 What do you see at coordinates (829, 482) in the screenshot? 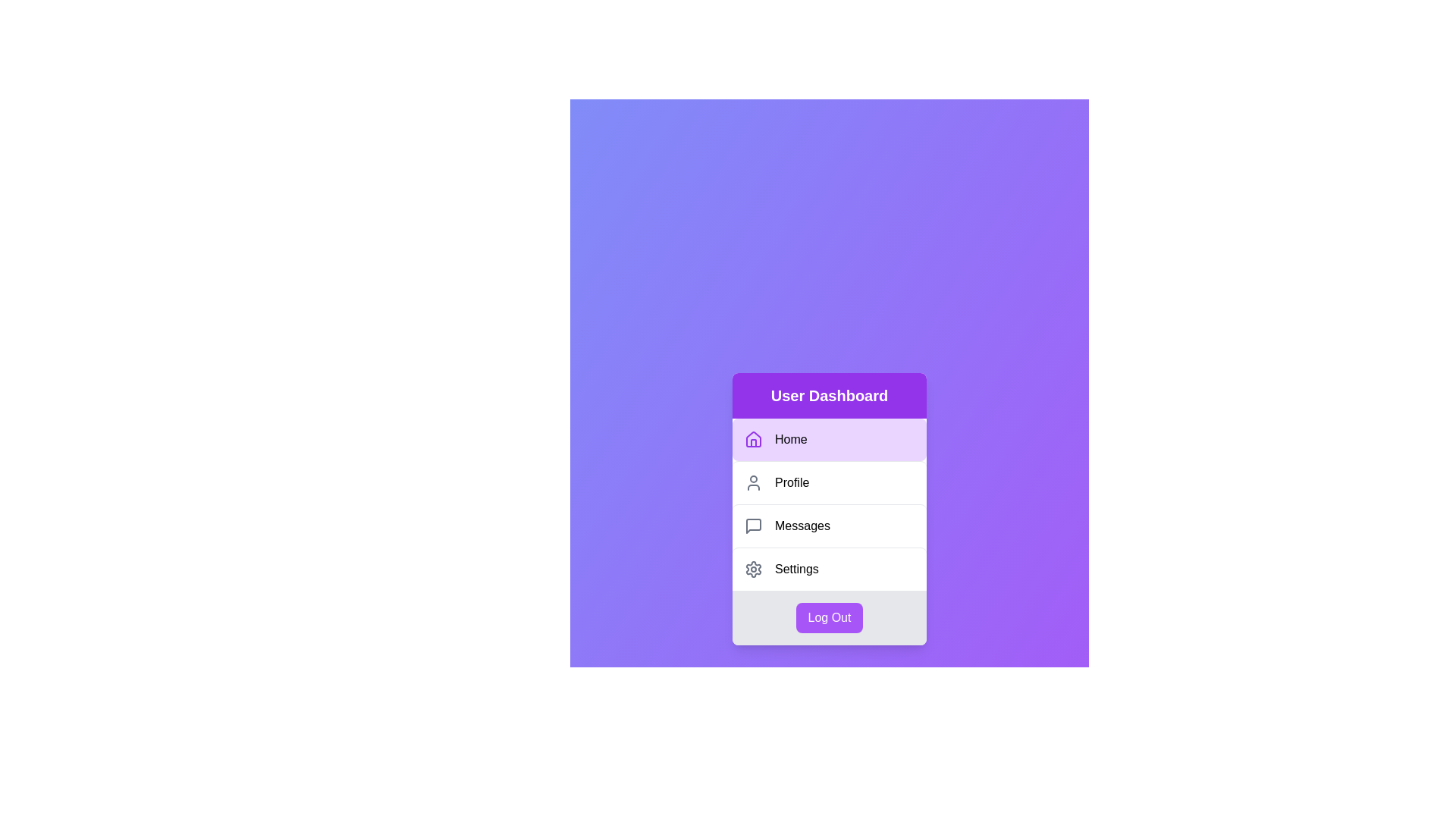
I see `the menu item Profile` at bounding box center [829, 482].